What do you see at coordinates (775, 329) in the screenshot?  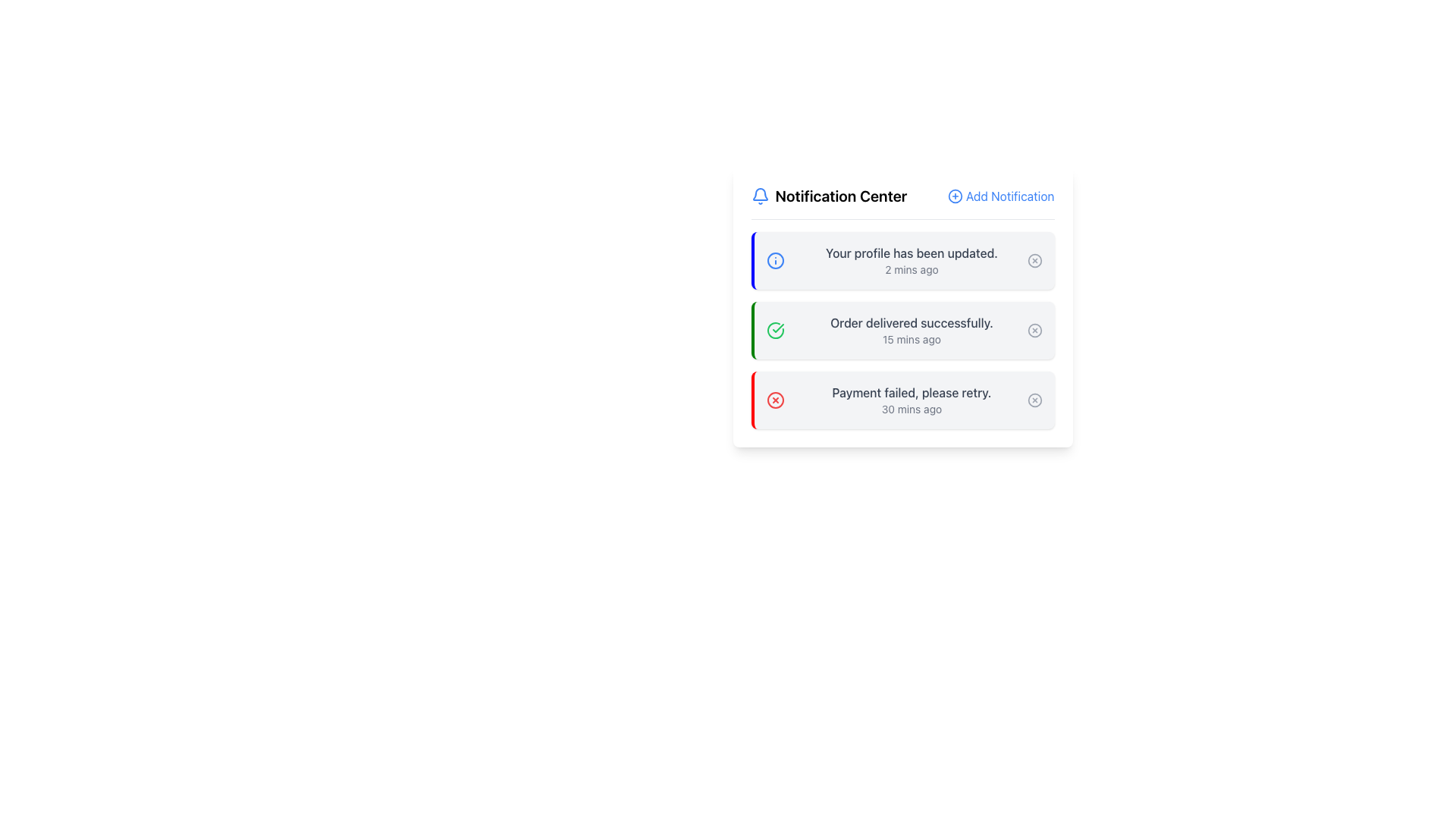 I see `the leftmost icon in the notification entry for 'Order delivered successfully.'` at bounding box center [775, 329].